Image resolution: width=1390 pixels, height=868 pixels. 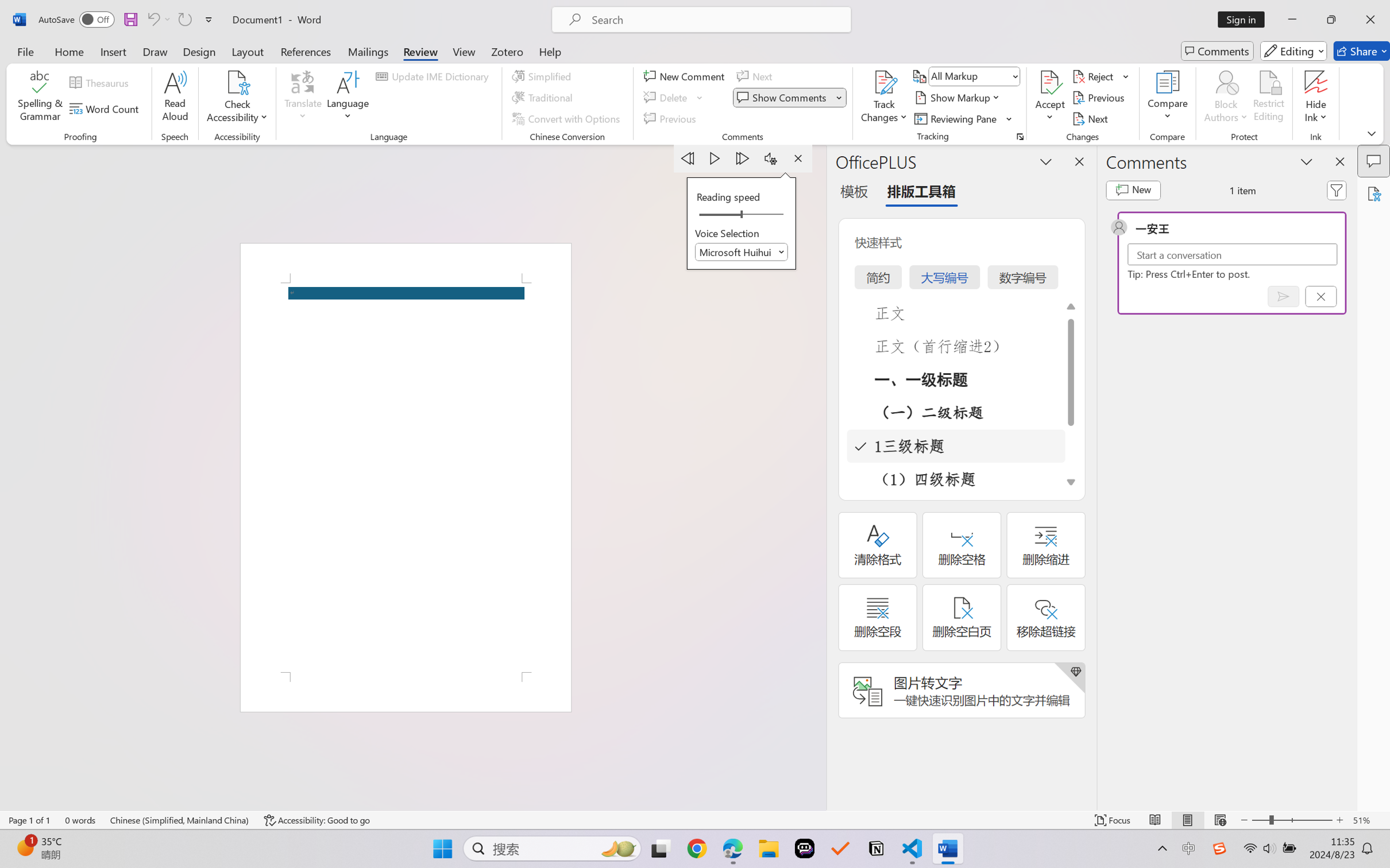 I want to click on 'Editing', so click(x=1294, y=51).